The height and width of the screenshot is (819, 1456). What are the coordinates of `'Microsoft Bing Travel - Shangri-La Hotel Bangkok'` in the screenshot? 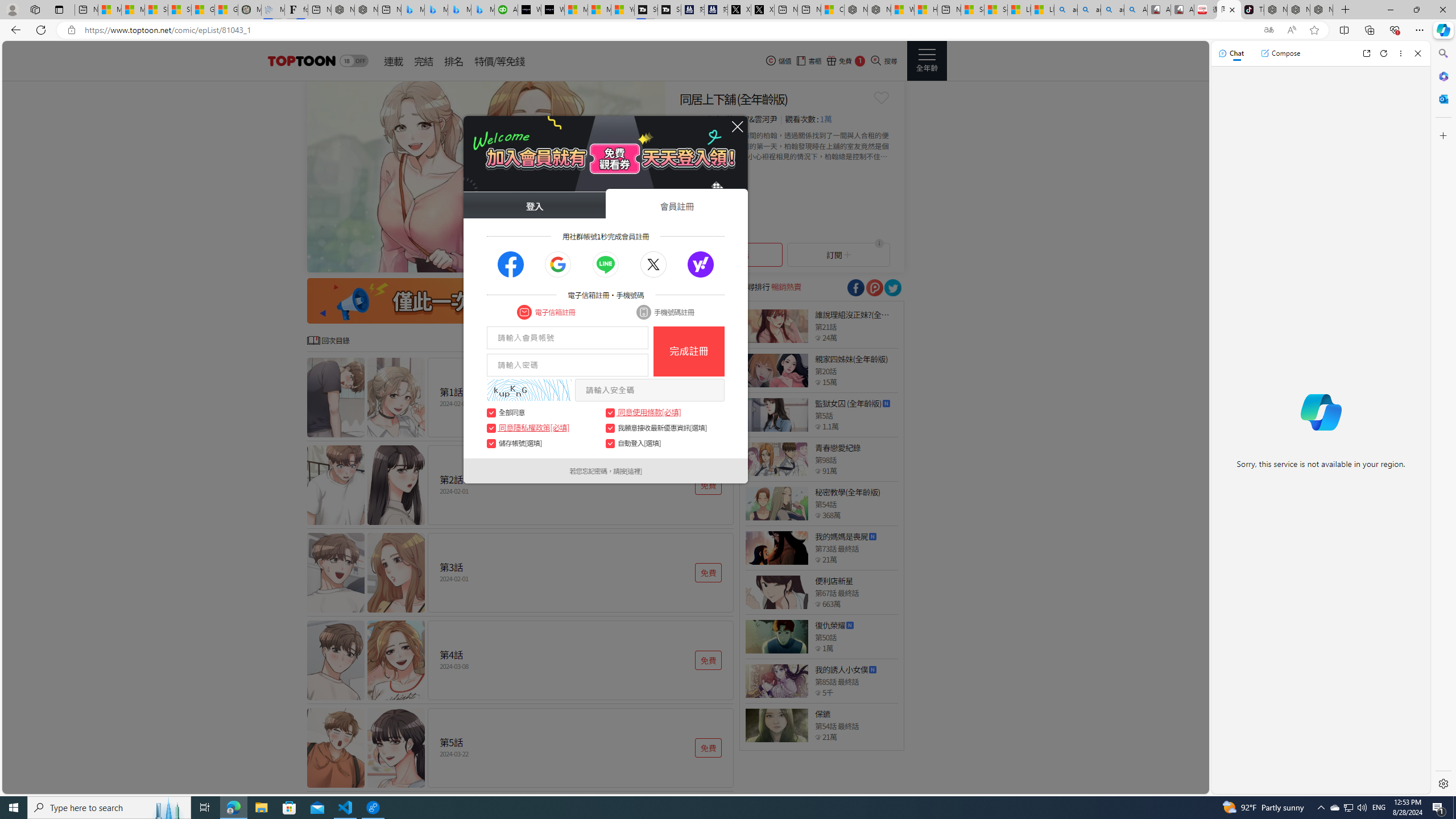 It's located at (482, 9).